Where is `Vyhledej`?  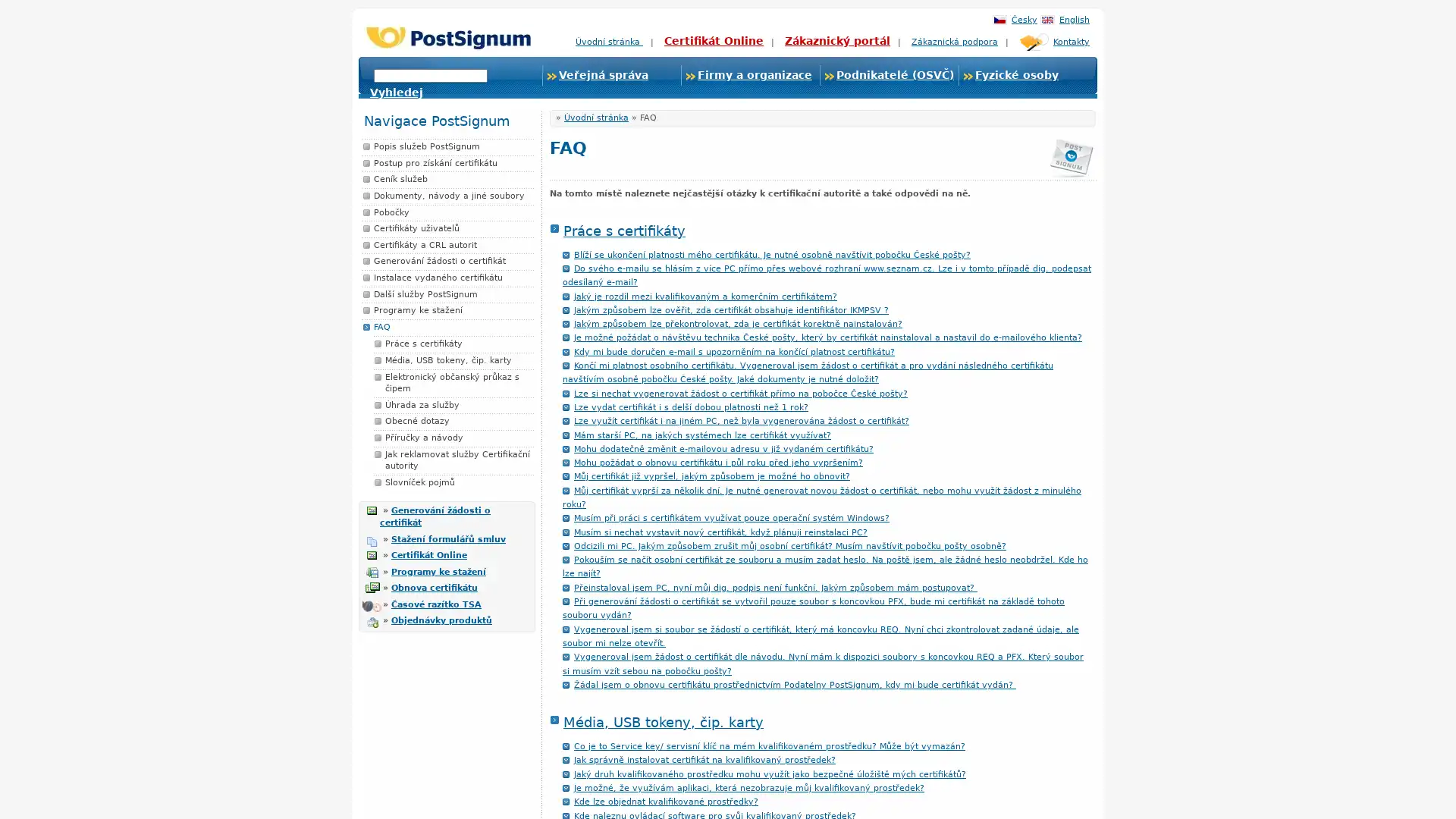 Vyhledej is located at coordinates (397, 93).